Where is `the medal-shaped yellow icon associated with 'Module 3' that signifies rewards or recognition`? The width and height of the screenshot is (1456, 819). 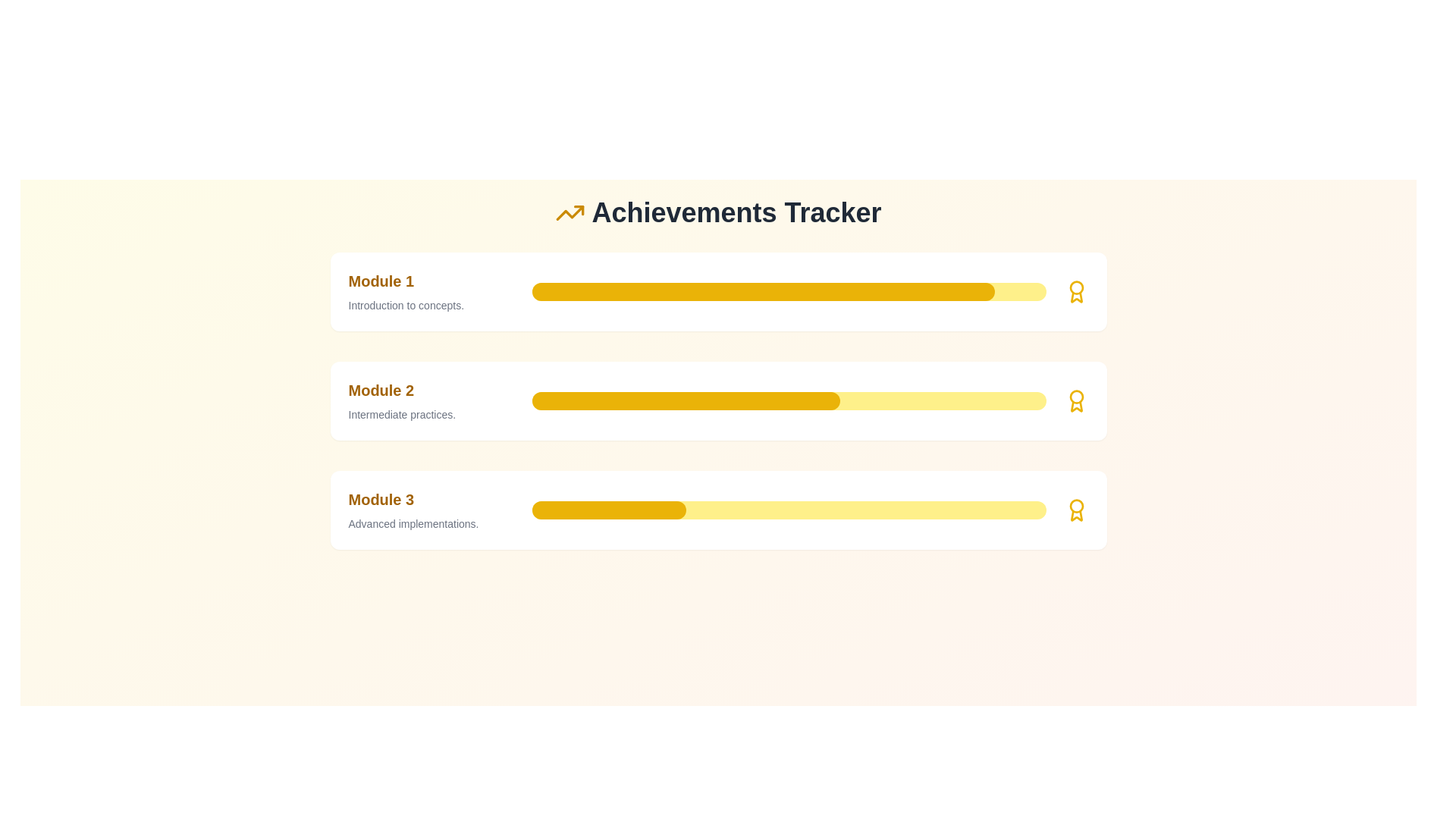
the medal-shaped yellow icon associated with 'Module 3' that signifies rewards or recognition is located at coordinates (1075, 510).